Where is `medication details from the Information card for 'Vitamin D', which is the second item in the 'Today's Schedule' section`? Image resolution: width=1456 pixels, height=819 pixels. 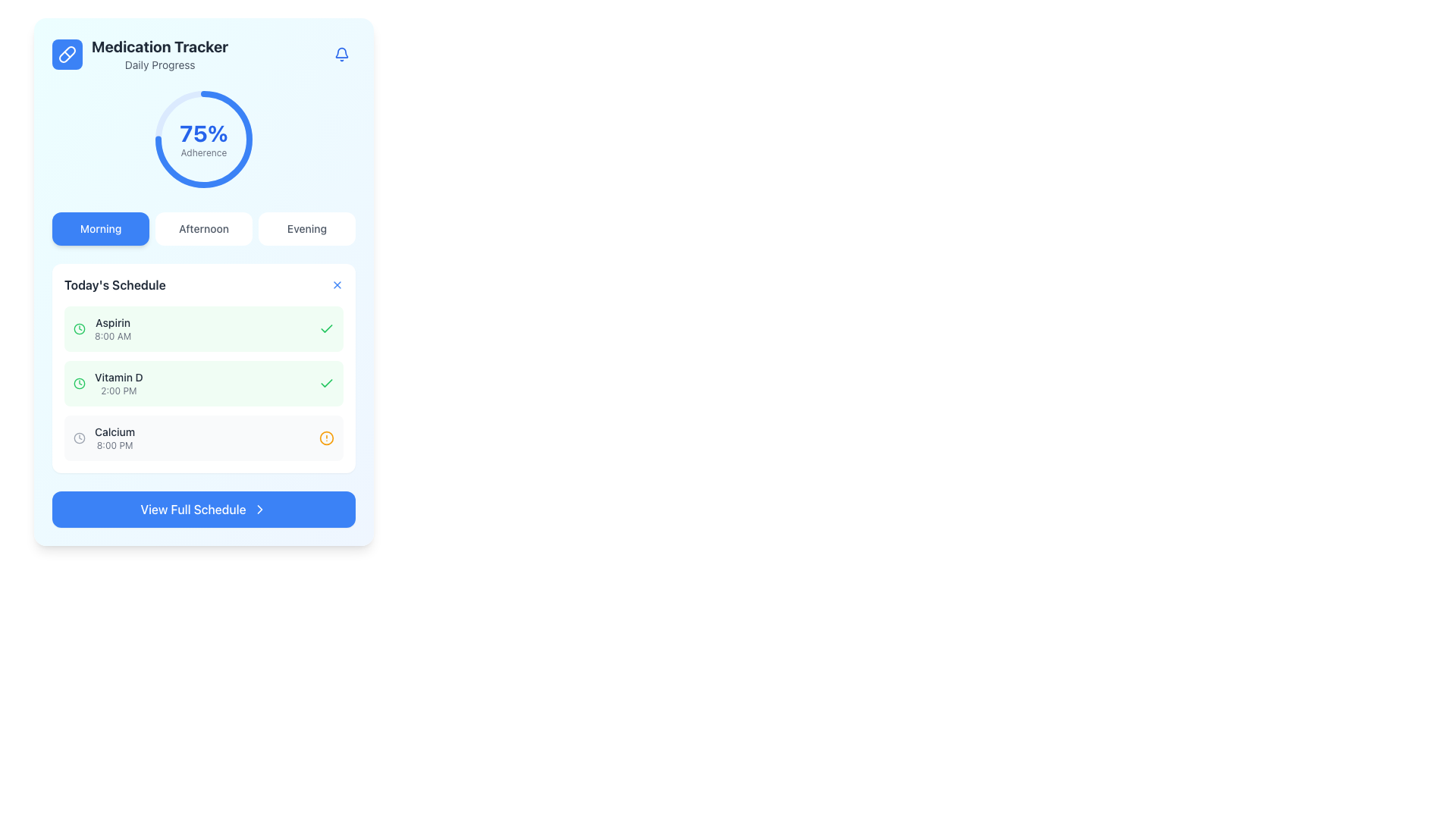
medication details from the Information card for 'Vitamin D', which is the second item in the 'Today's Schedule' section is located at coordinates (202, 369).